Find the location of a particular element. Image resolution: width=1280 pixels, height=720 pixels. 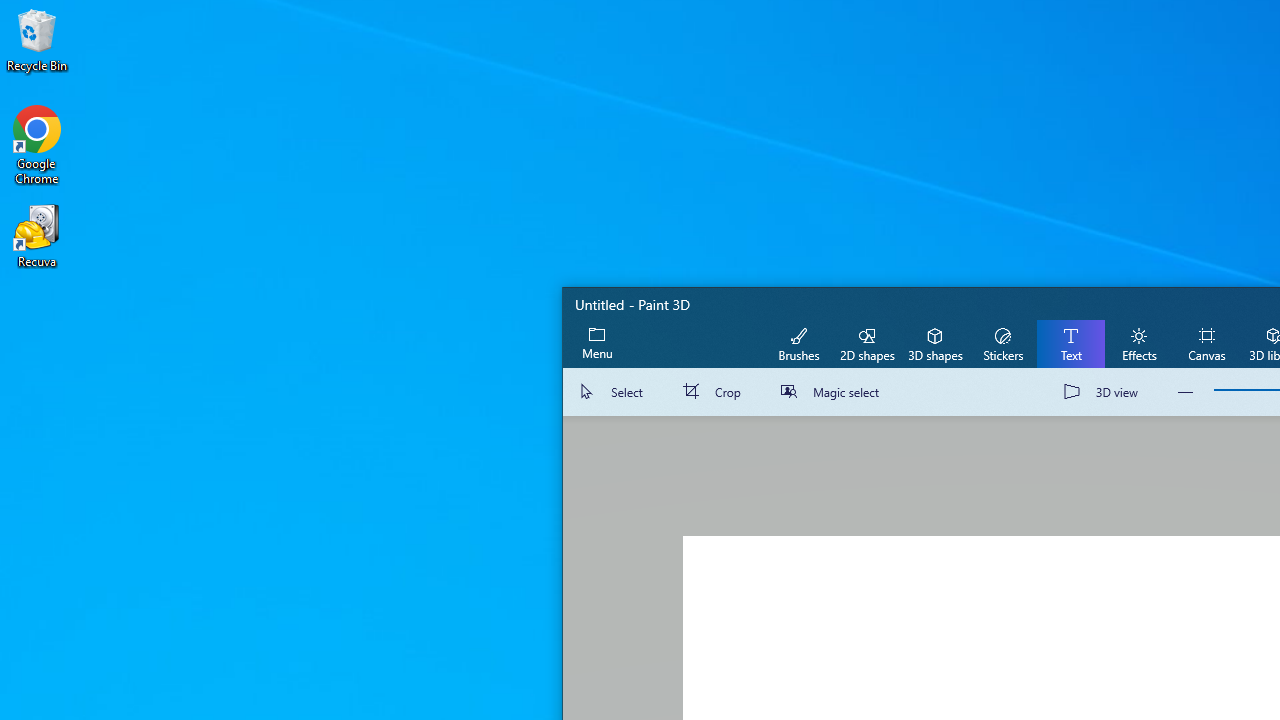

'2D shapes' is located at coordinates (867, 342).